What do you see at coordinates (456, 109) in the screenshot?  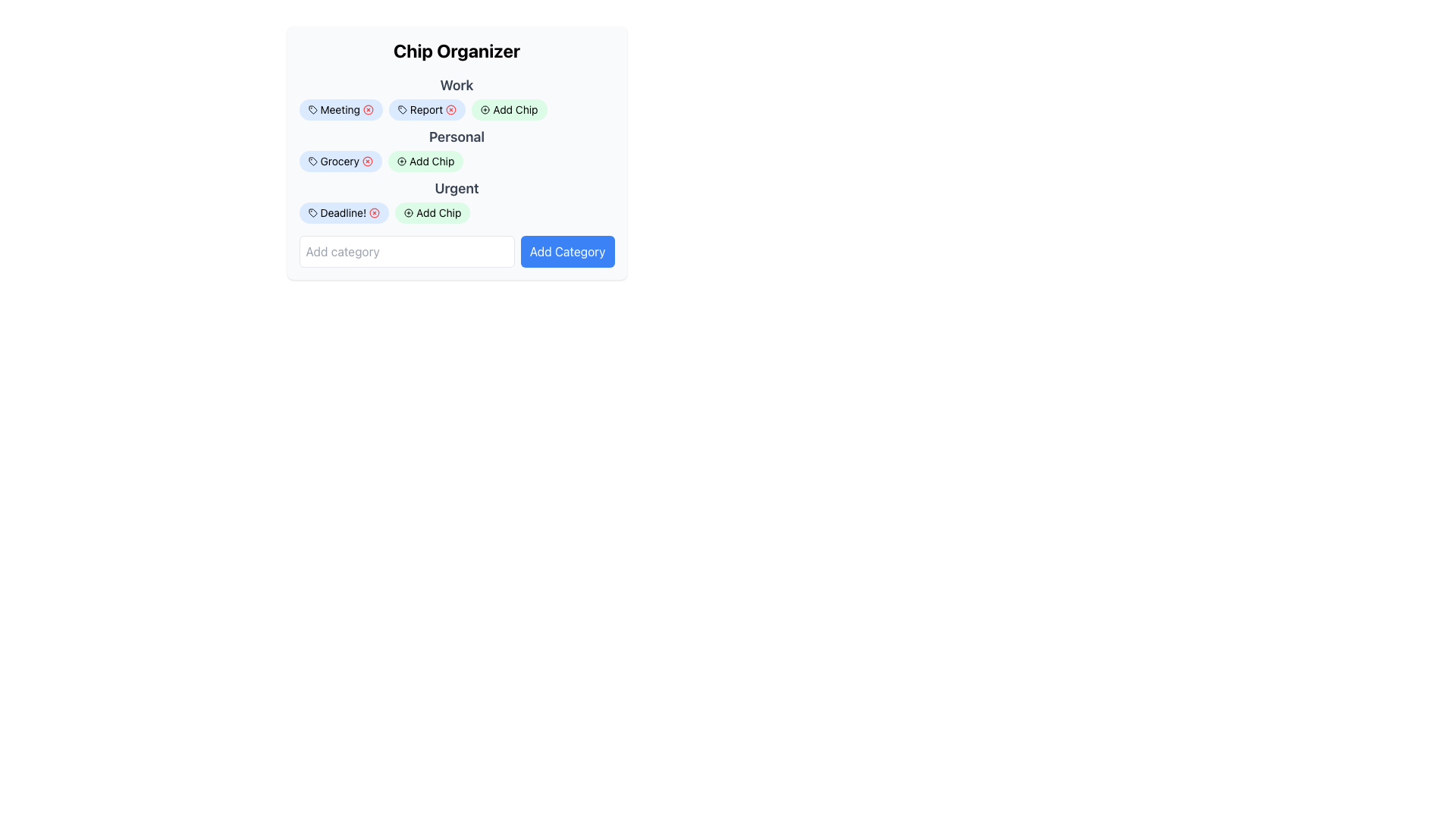 I see `the 'Report' chip, which is the second chip in the 'Work' category row` at bounding box center [456, 109].